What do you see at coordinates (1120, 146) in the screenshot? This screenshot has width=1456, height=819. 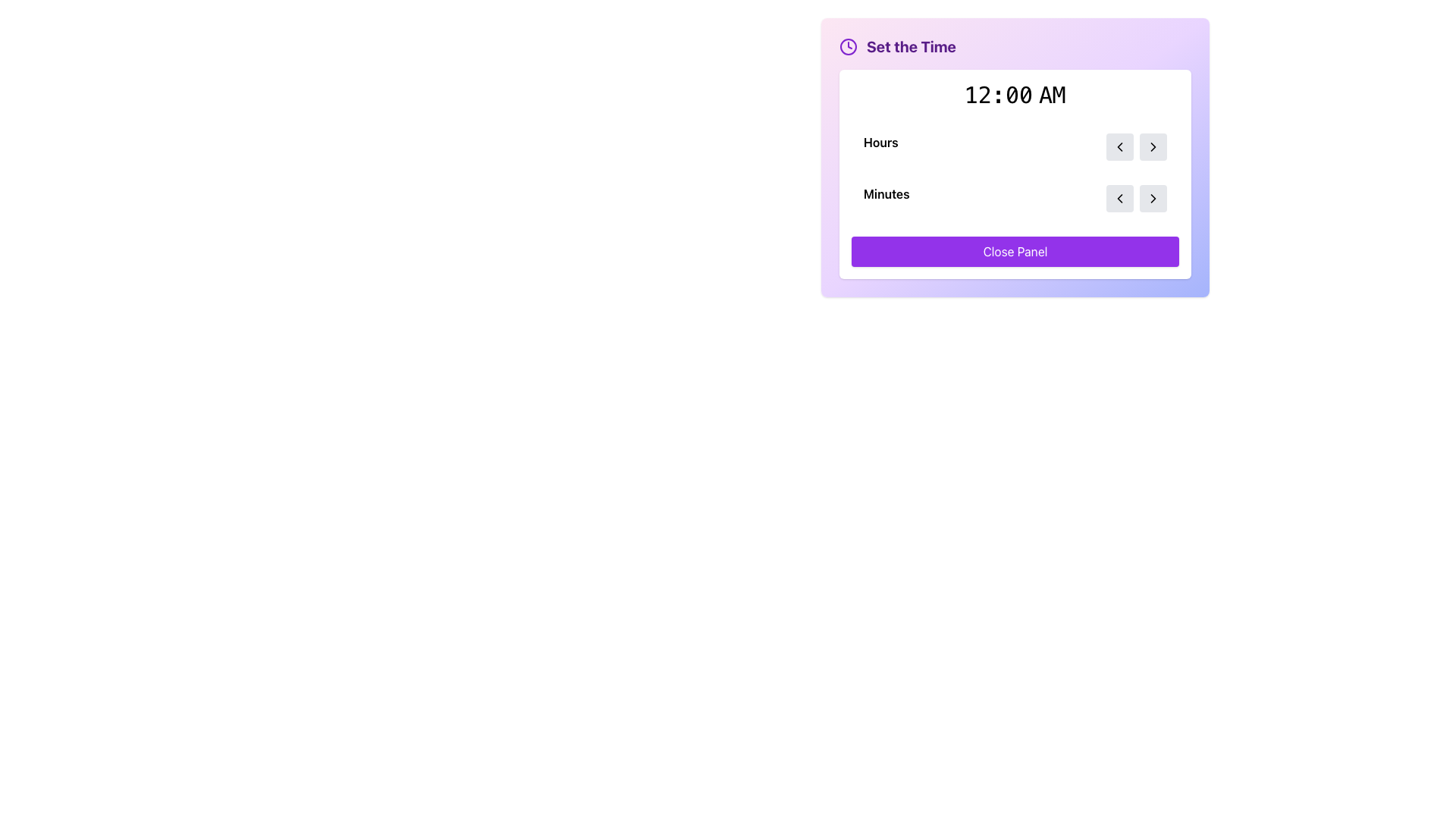 I see `the left-facing SVG arrow icon to decrement the minutes in the time setting panel` at bounding box center [1120, 146].